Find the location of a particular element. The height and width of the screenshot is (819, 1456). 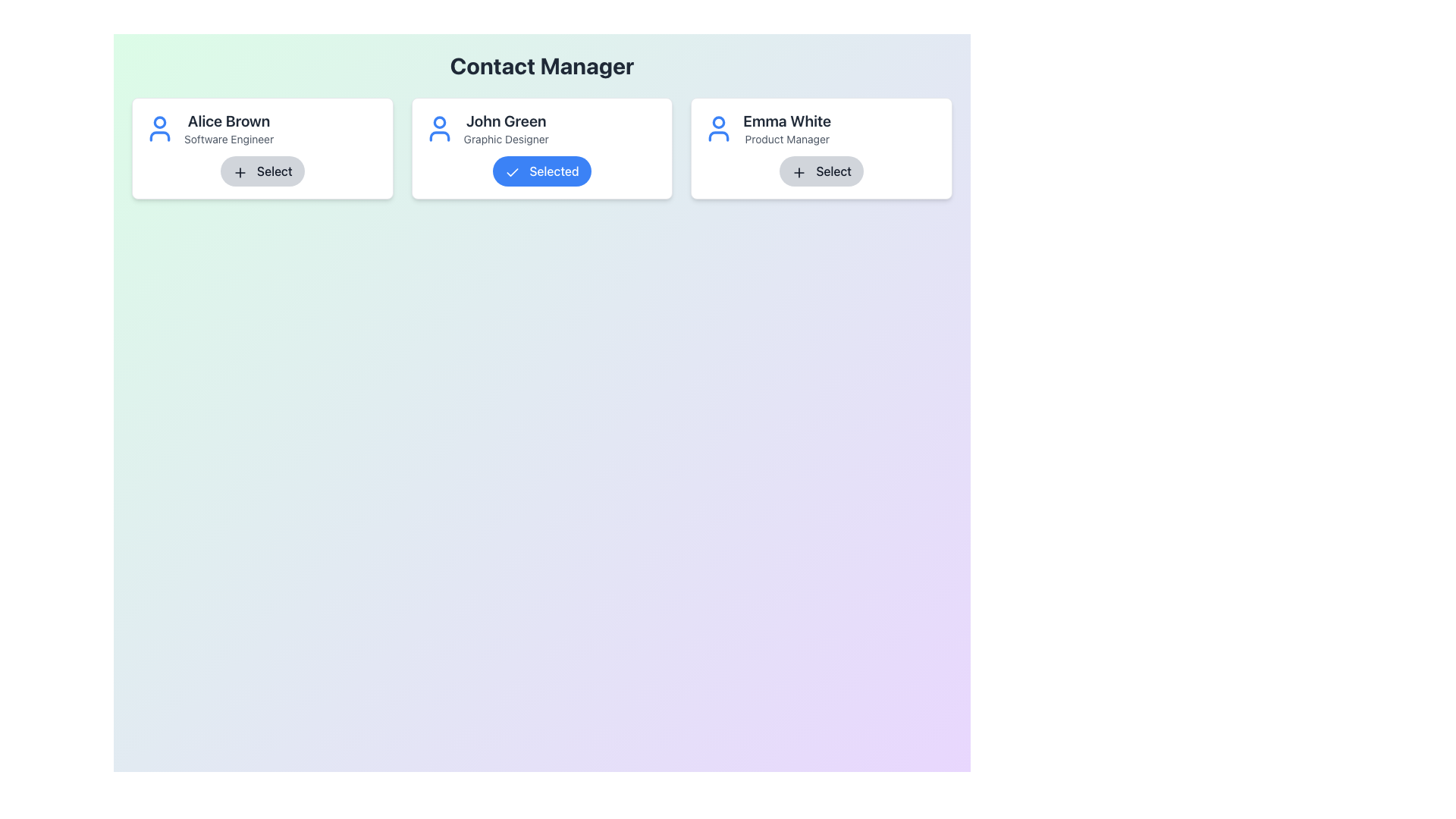

the Text Label displaying the name of an individual, which is located above the text 'Product Manager' in the top-right card is located at coordinates (787, 120).